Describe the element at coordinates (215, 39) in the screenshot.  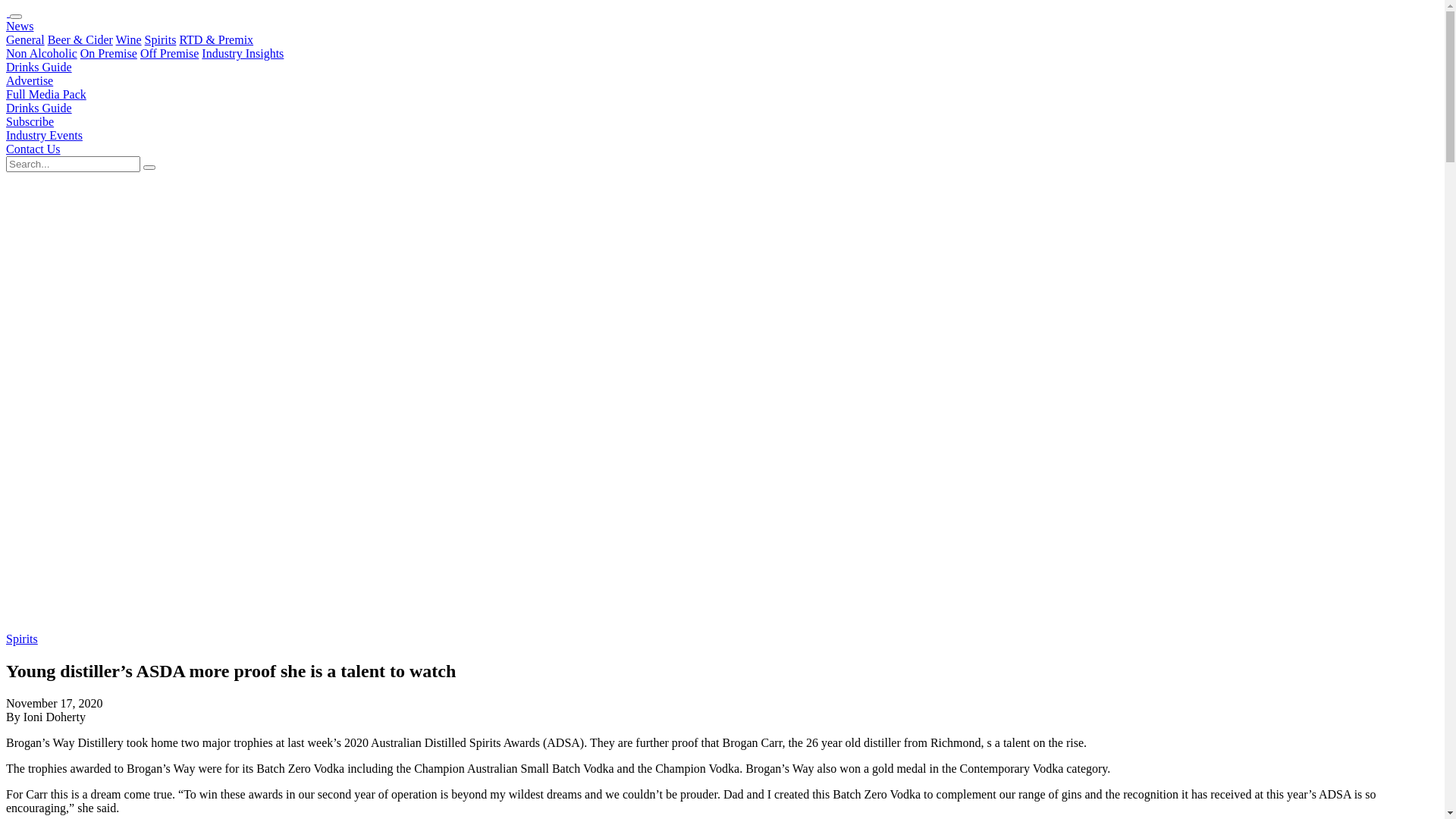
I see `'RTD & Premix'` at that location.